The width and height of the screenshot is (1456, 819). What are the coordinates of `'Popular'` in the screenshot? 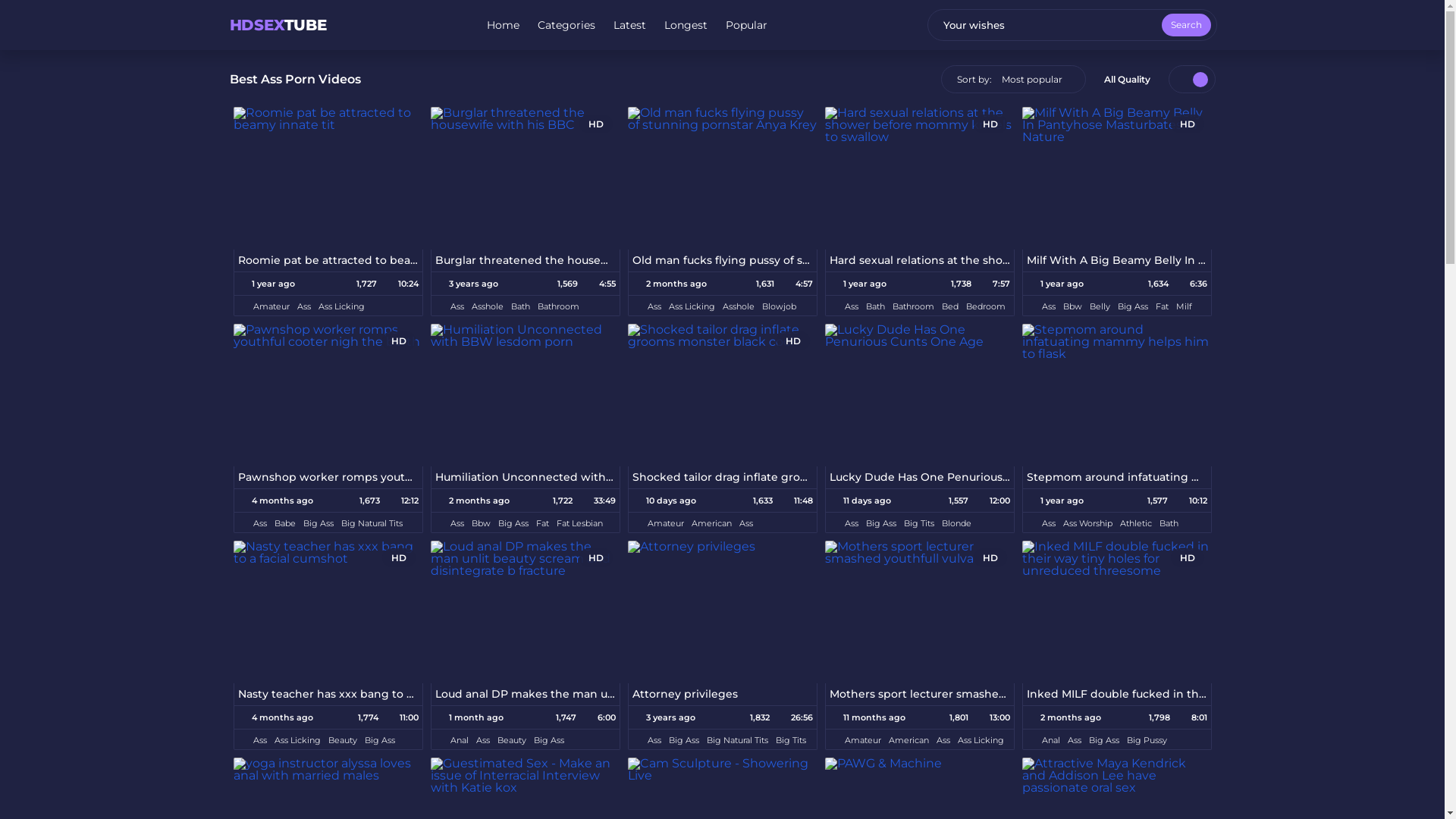 It's located at (746, 25).